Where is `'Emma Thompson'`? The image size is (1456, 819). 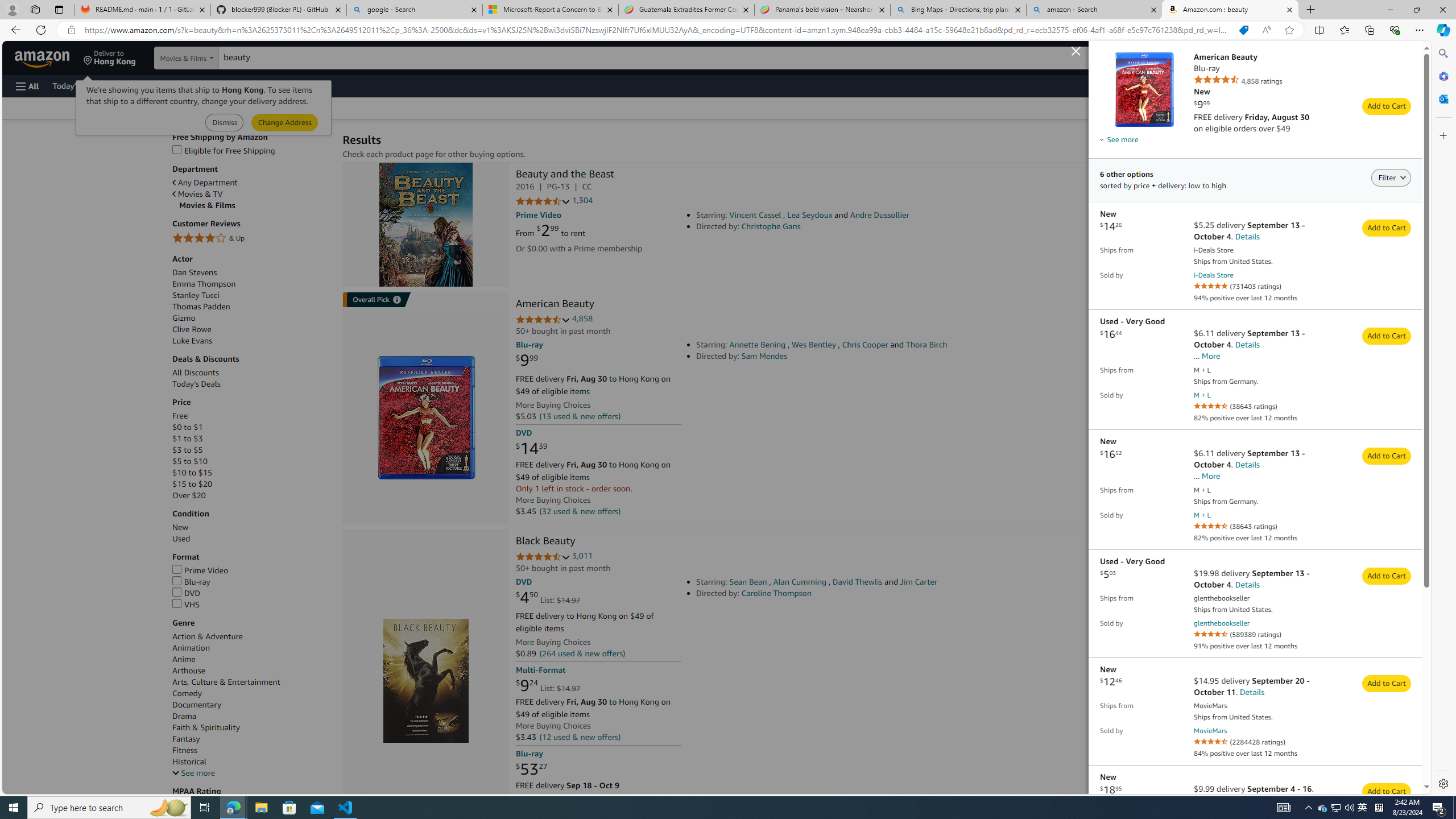
'Emma Thompson' is located at coordinates (204, 283).